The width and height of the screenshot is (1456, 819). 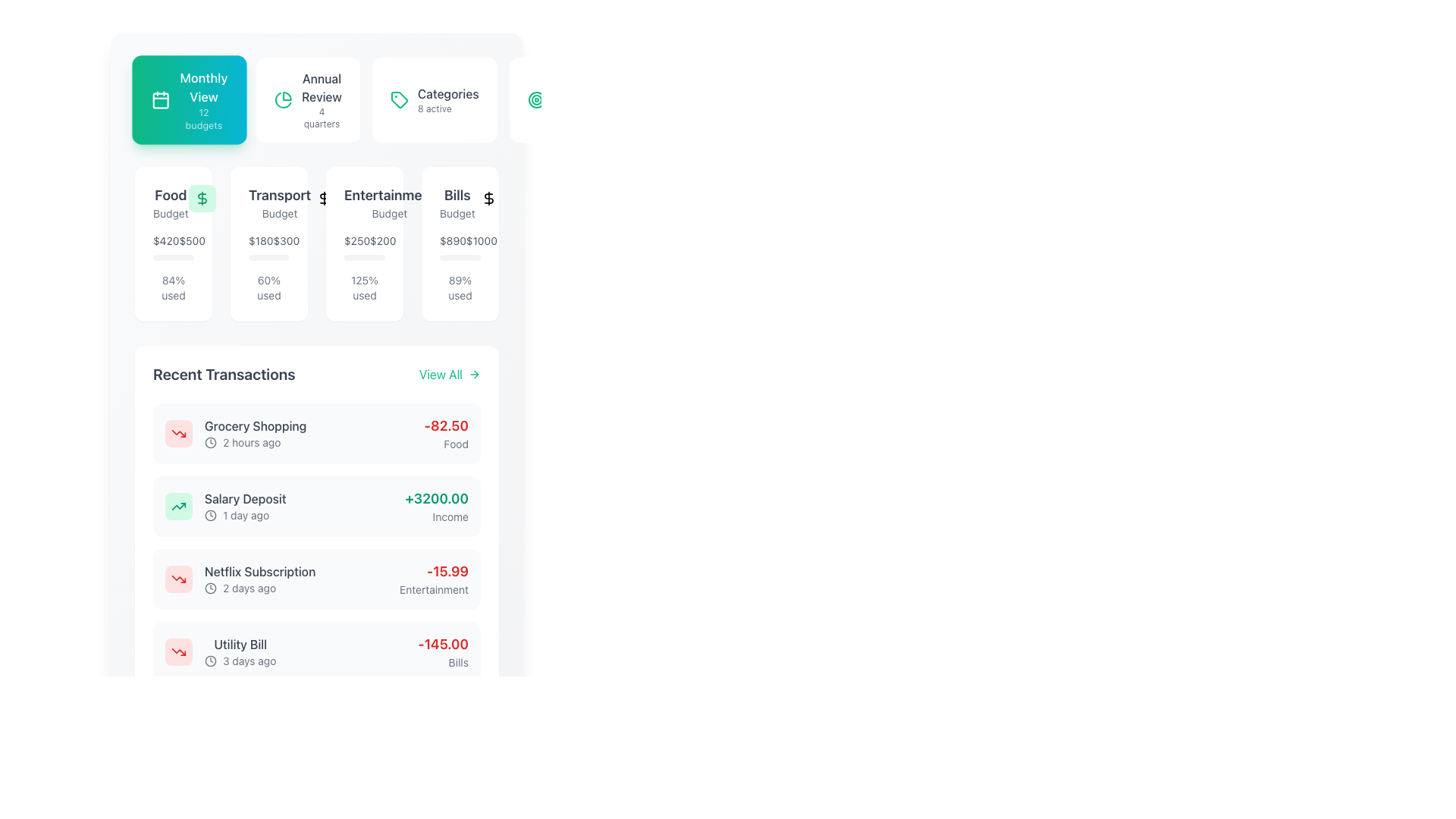 What do you see at coordinates (210, 514) in the screenshot?
I see `the clock icon in the 'Recent Transactions' section that represents the 'Salary Deposit' transaction, positioned to the left of the '1 day ago' text` at bounding box center [210, 514].